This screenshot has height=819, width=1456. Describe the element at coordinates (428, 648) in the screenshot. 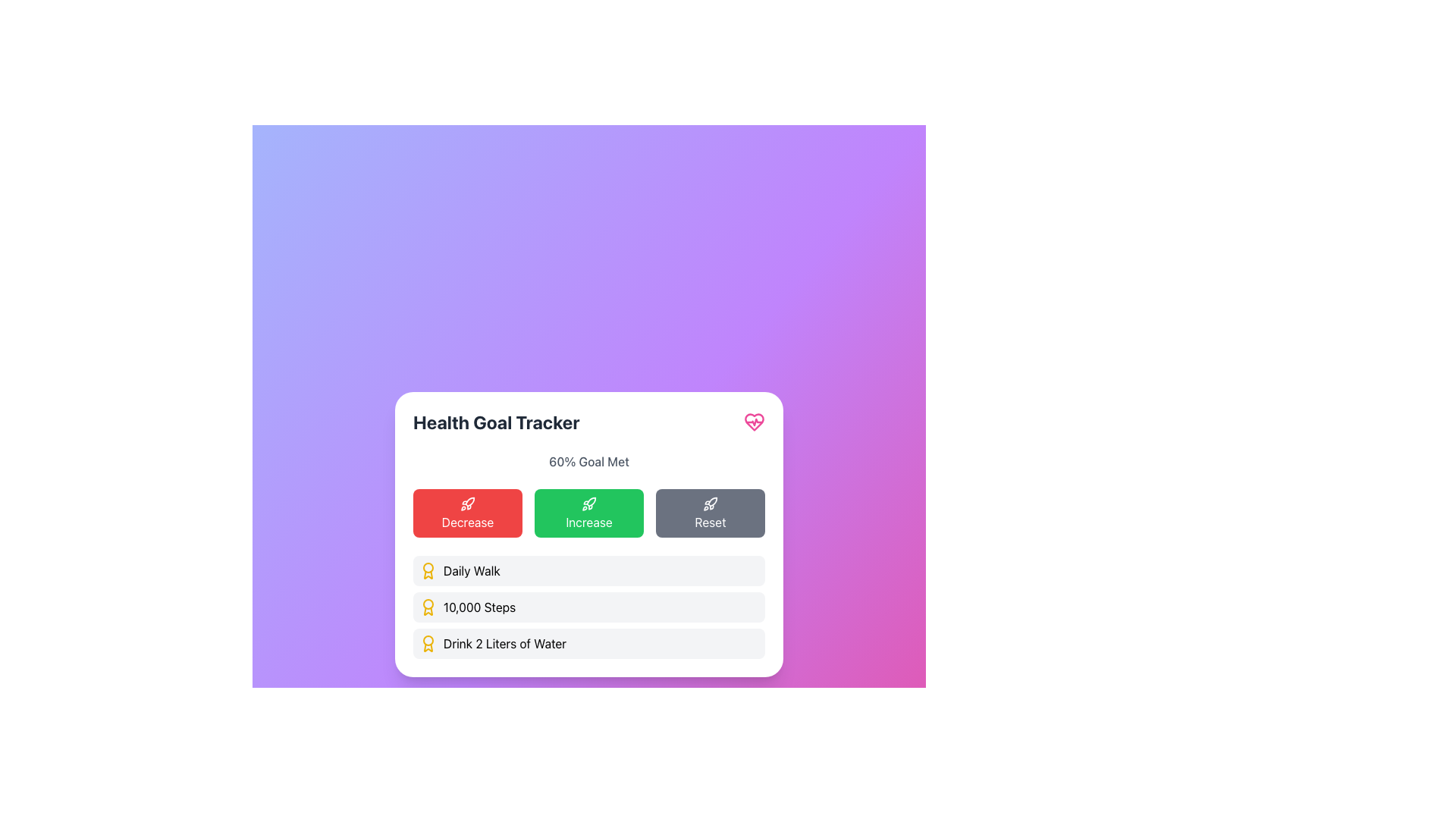

I see `the golden badge-shaped icon that represents an award in the Health Goal Tracker section, located between the '10,000 Steps' badge and the 'Decrease' button` at that location.